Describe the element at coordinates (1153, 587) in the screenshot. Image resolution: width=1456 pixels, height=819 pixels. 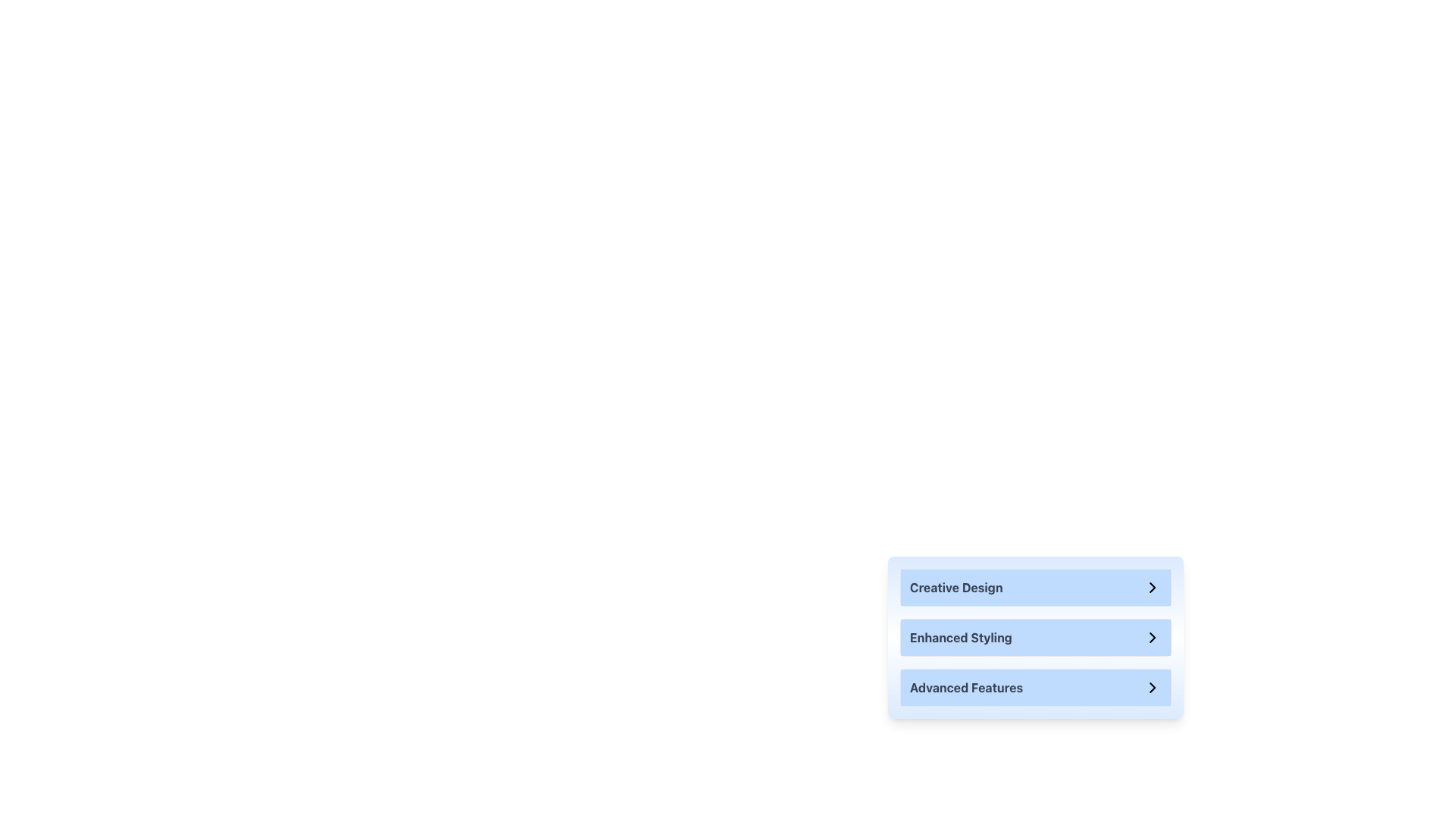
I see `the chevron icon located to the right of the 'Creative Design' label` at that location.